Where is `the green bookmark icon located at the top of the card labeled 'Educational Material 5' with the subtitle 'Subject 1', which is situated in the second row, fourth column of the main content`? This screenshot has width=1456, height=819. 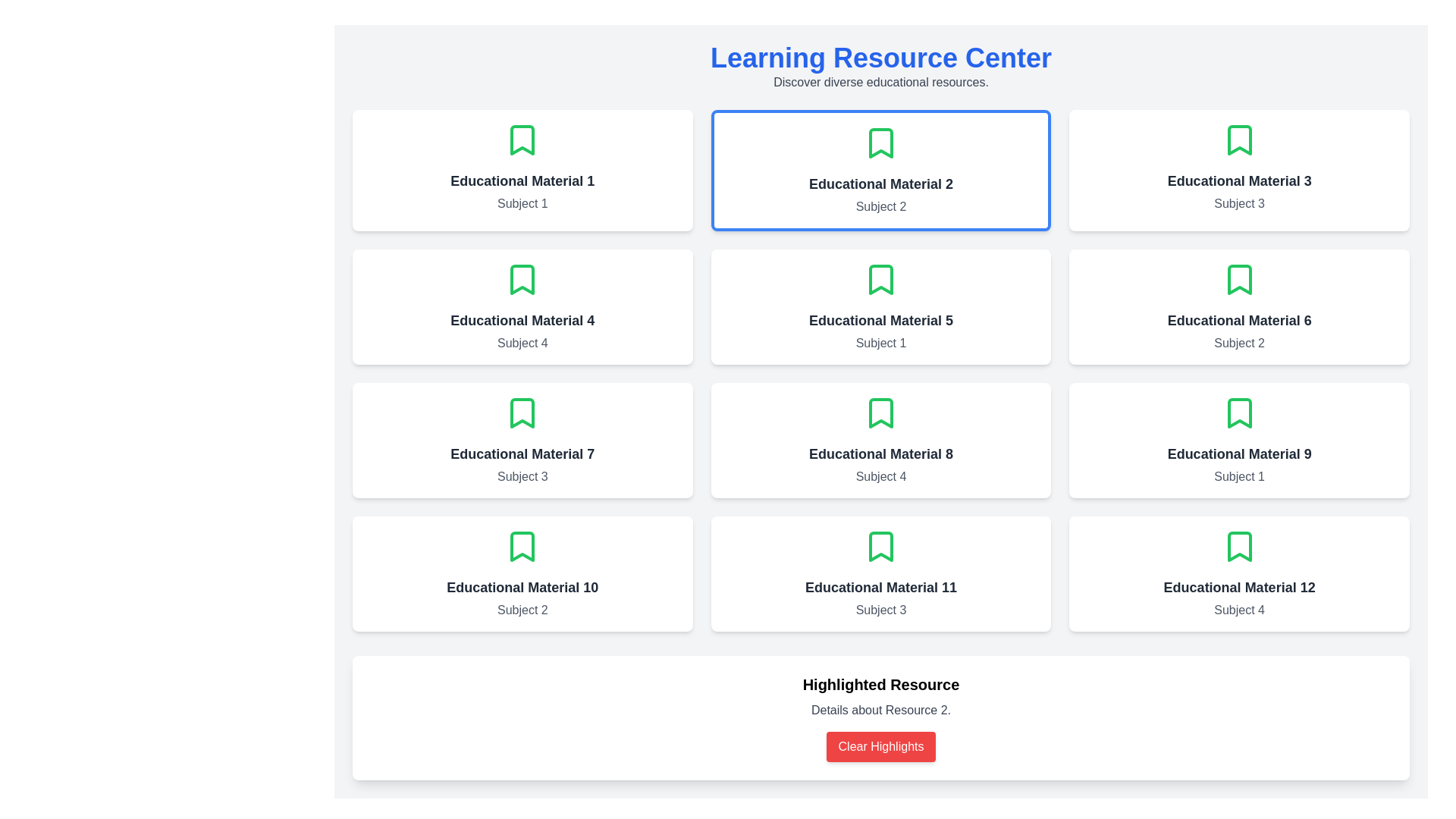 the green bookmark icon located at the top of the card labeled 'Educational Material 5' with the subtitle 'Subject 1', which is situated in the second row, fourth column of the main content is located at coordinates (880, 280).